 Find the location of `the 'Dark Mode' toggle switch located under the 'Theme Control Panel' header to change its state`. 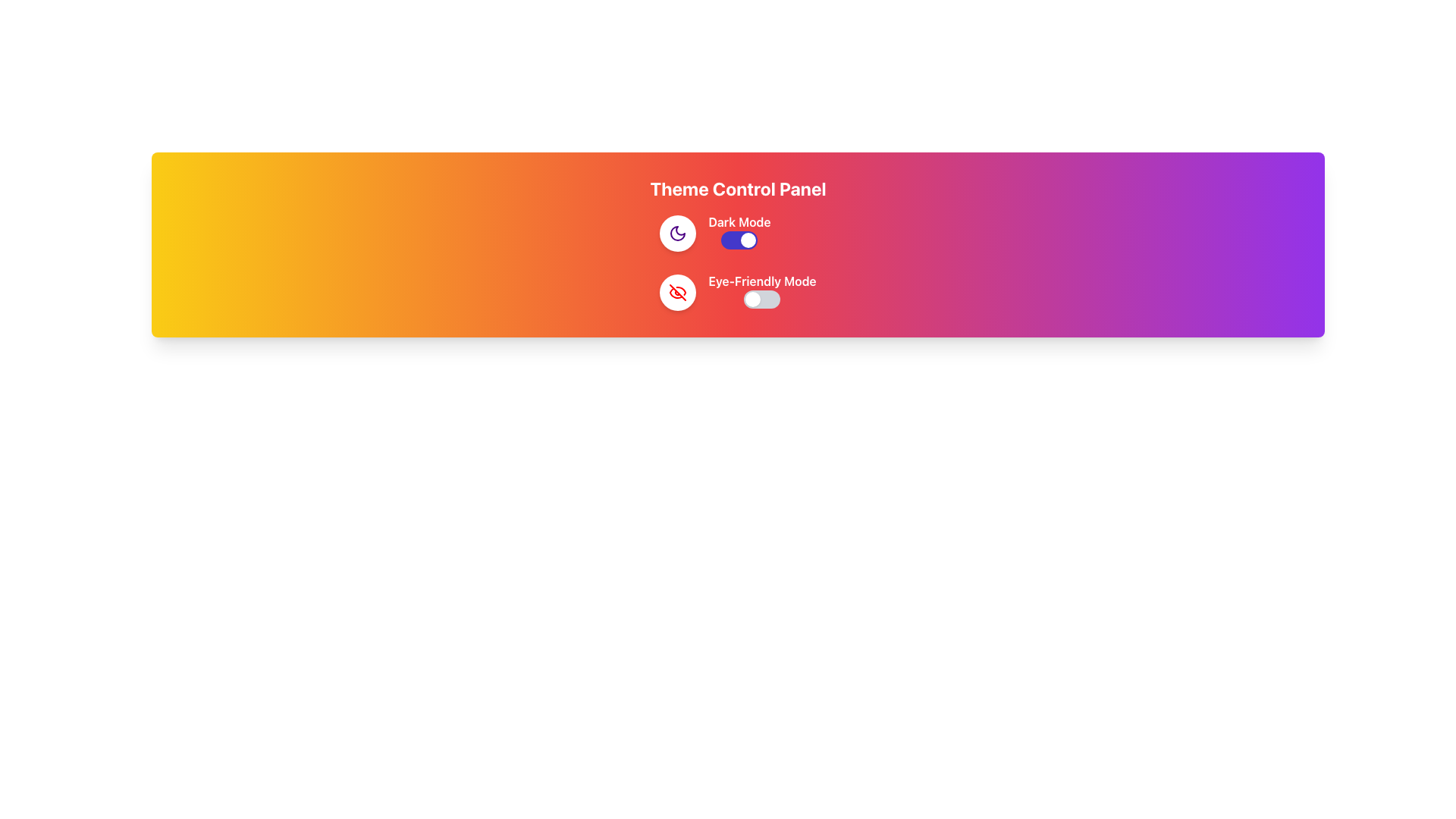

the 'Dark Mode' toggle switch located under the 'Theme Control Panel' header to change its state is located at coordinates (738, 234).